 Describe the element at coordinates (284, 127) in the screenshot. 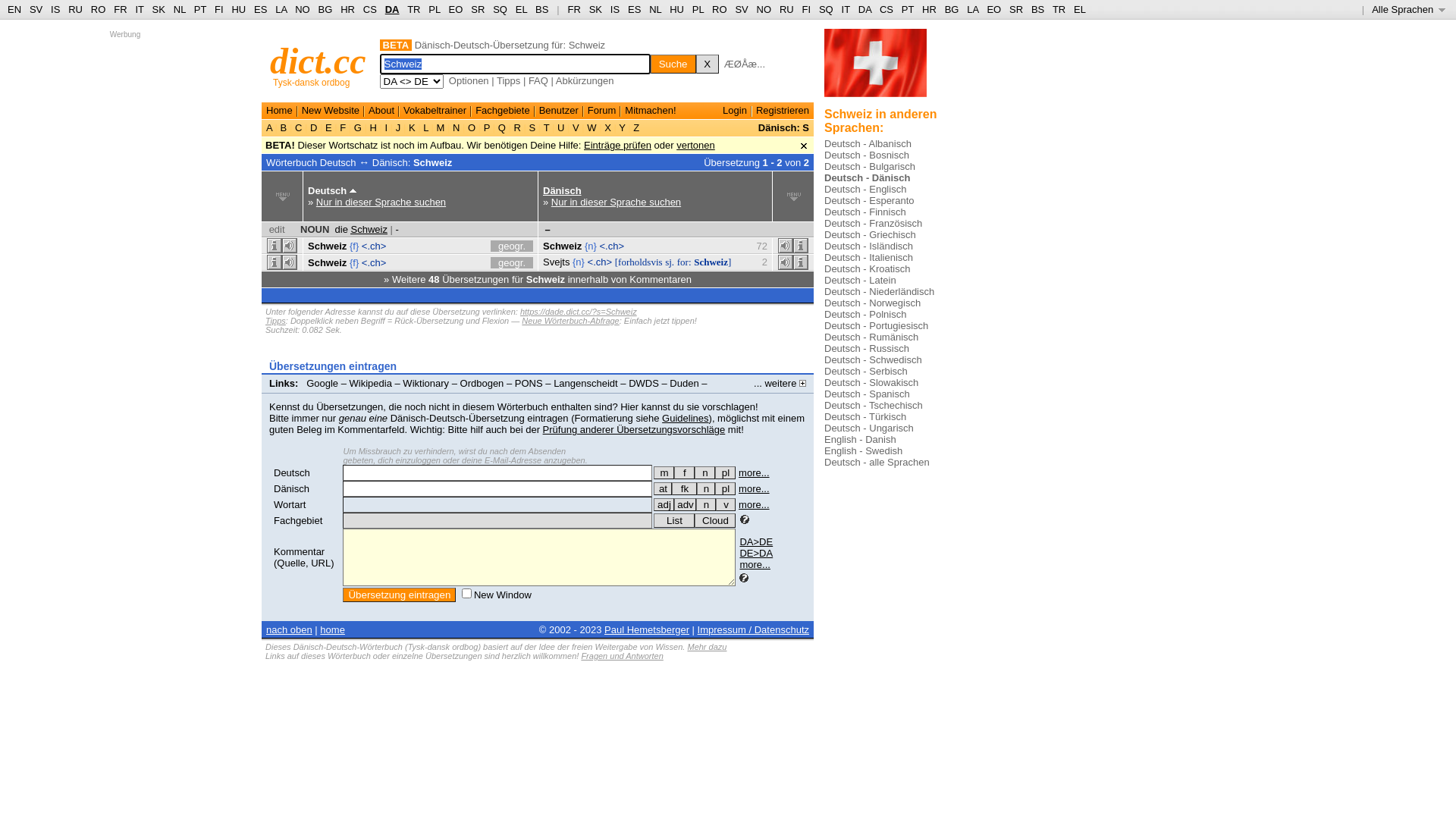

I see `'B'` at that location.